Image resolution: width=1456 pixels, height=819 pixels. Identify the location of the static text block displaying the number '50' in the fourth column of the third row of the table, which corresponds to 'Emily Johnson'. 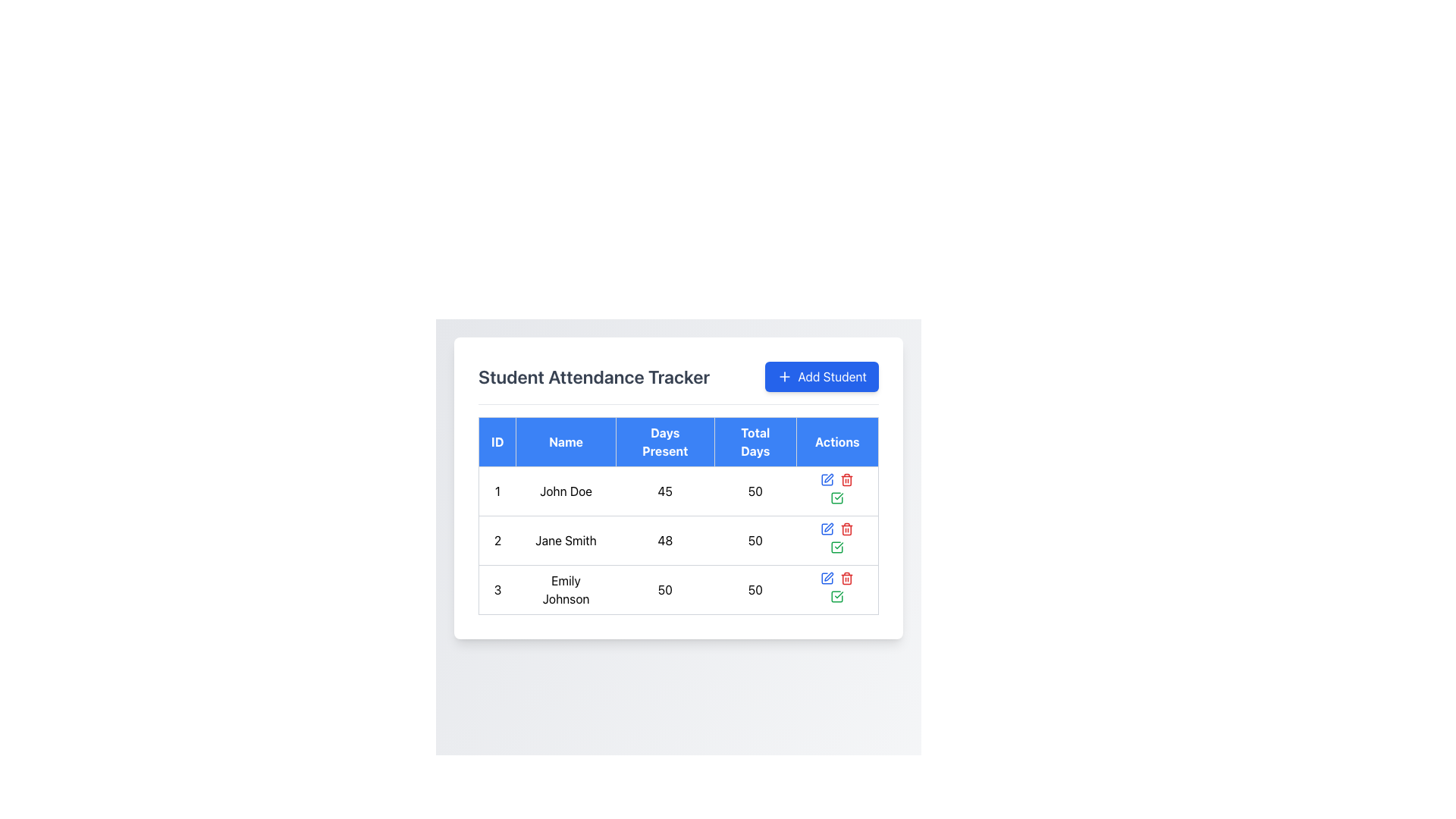
(755, 589).